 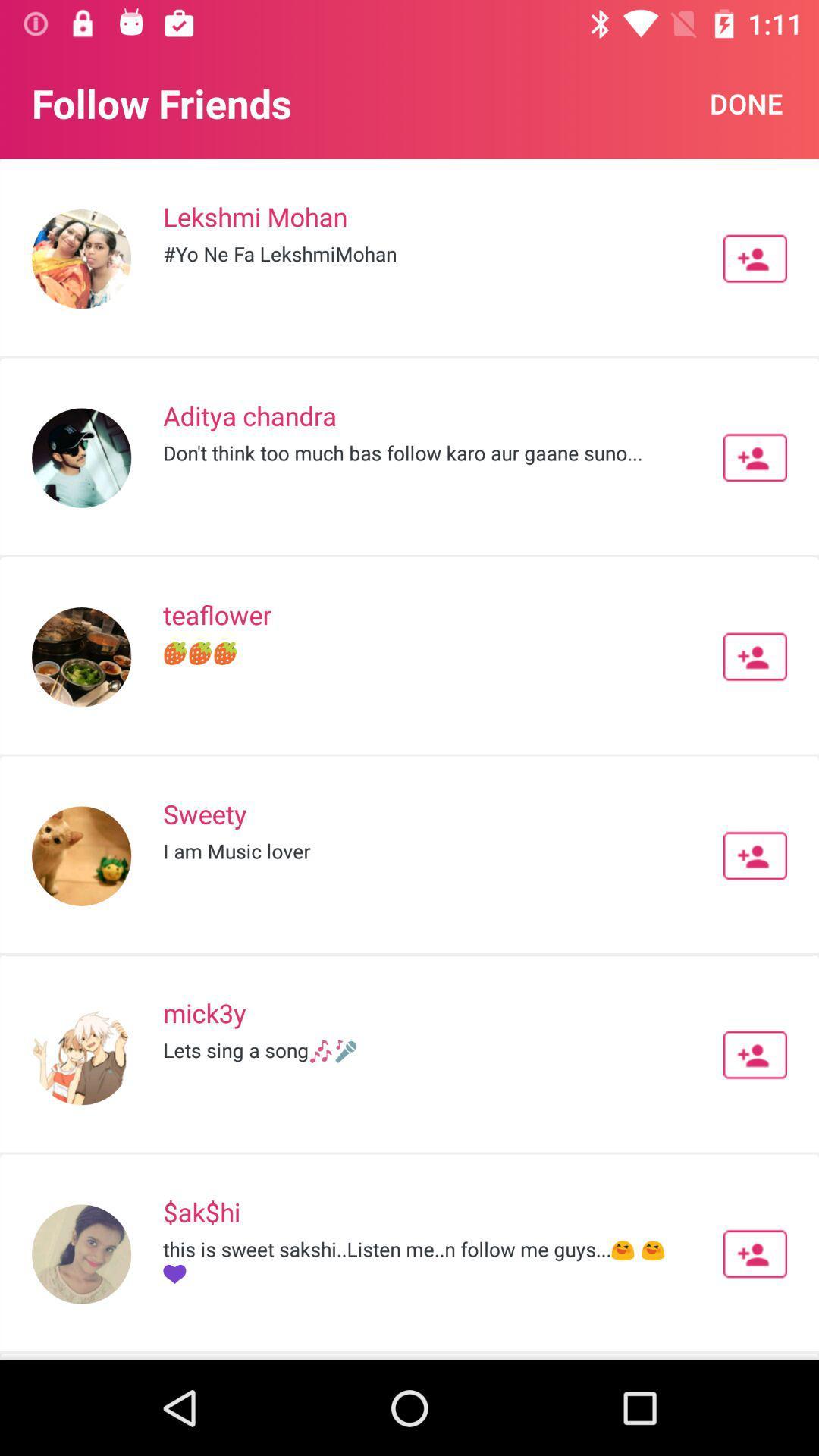 What do you see at coordinates (745, 102) in the screenshot?
I see `item above the lekshmi mohan` at bounding box center [745, 102].